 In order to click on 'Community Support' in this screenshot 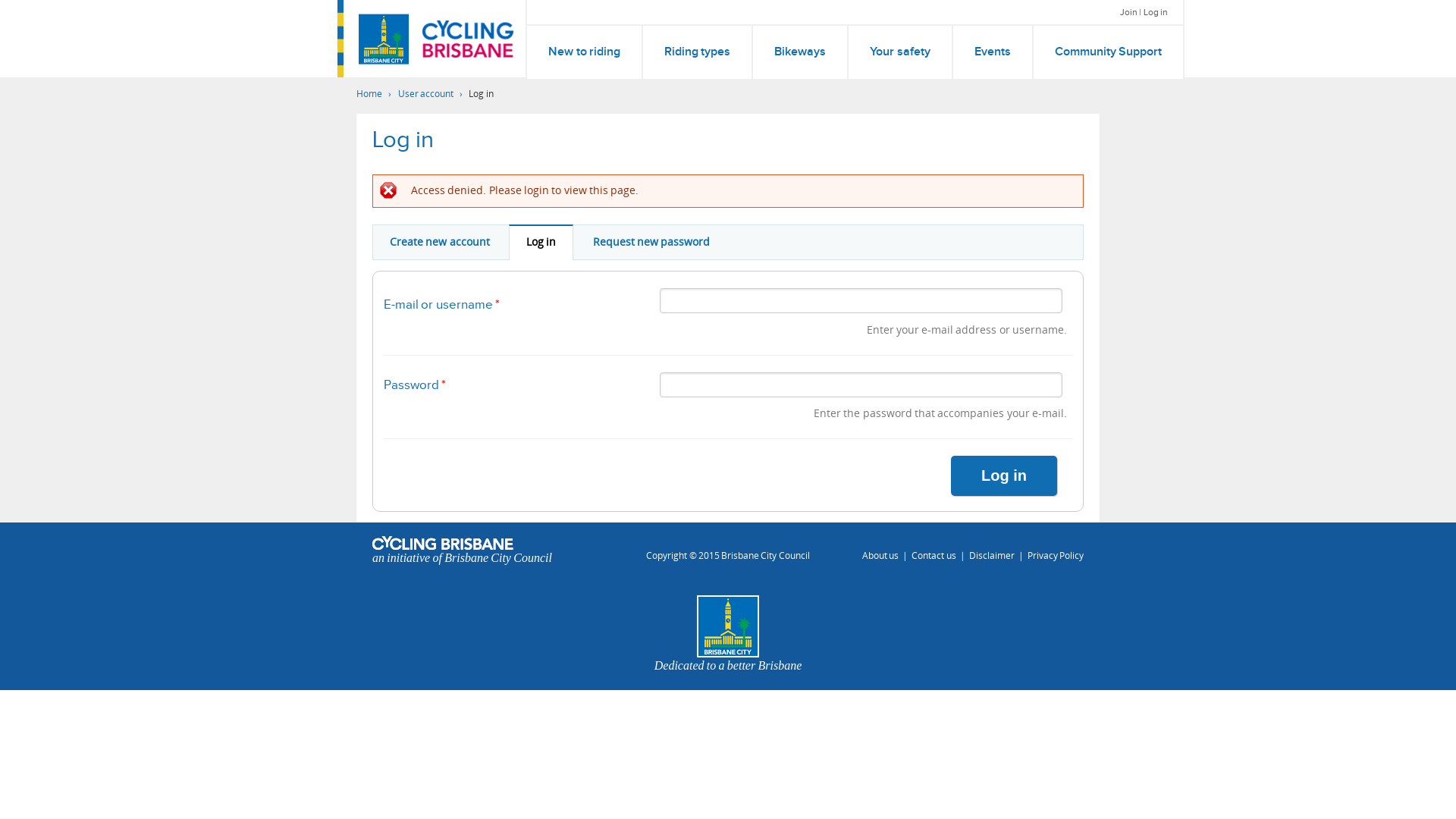, I will do `click(1108, 52)`.